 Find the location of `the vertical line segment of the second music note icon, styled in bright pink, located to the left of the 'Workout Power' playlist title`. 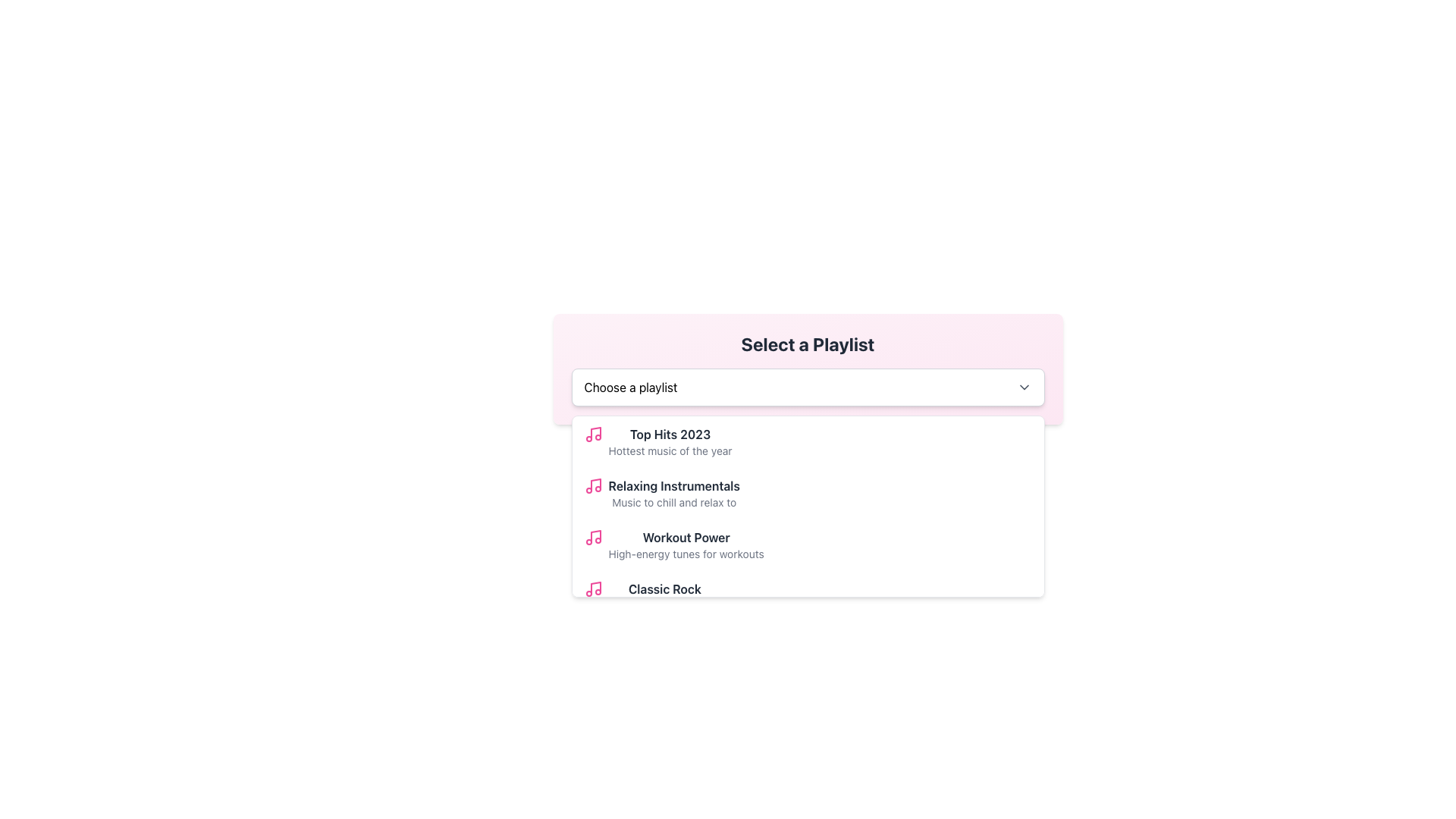

the vertical line segment of the second music note icon, styled in bright pink, located to the left of the 'Workout Power' playlist title is located at coordinates (595, 535).